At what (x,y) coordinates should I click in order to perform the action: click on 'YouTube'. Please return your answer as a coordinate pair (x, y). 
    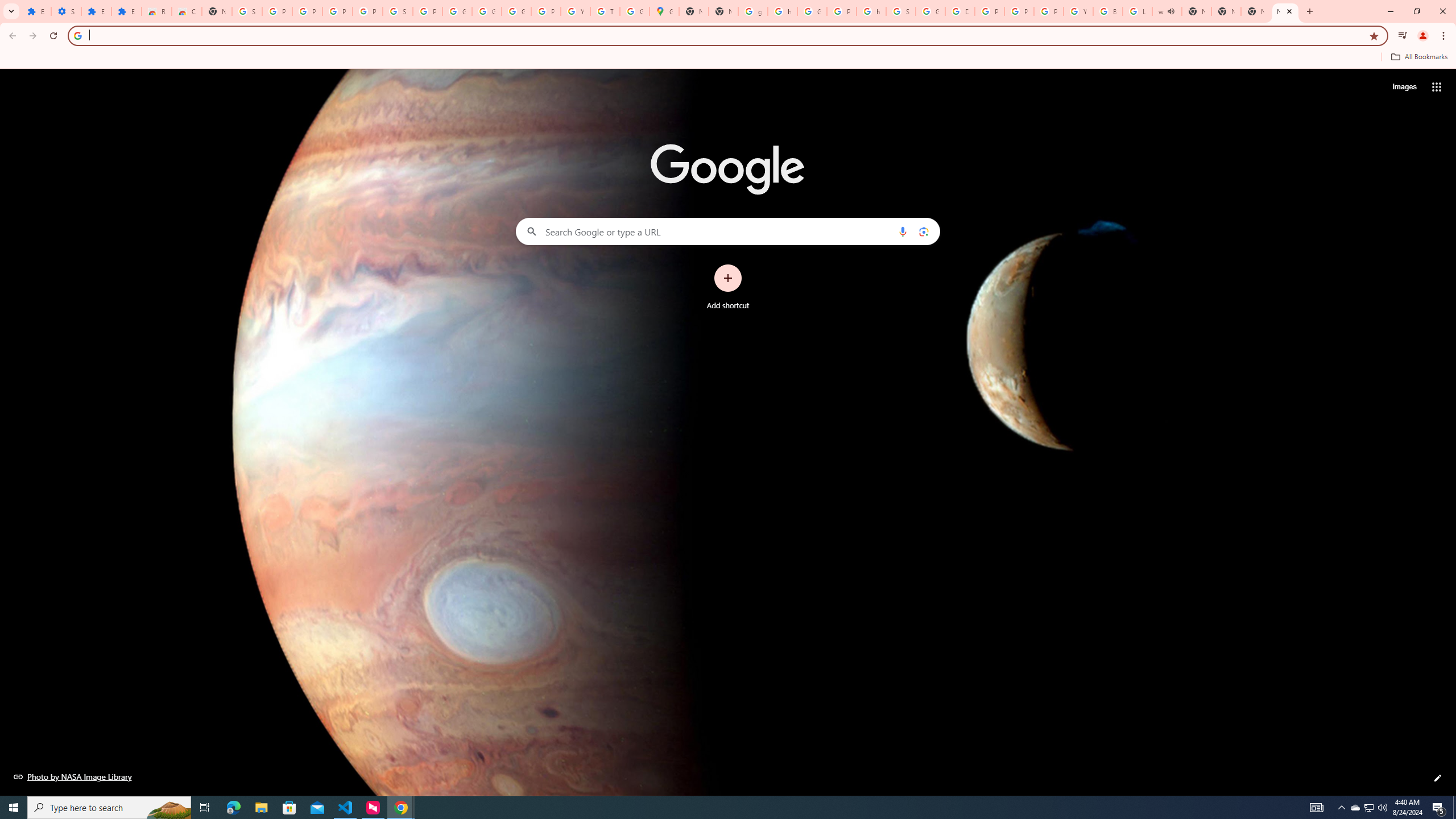
    Looking at the image, I should click on (1078, 11).